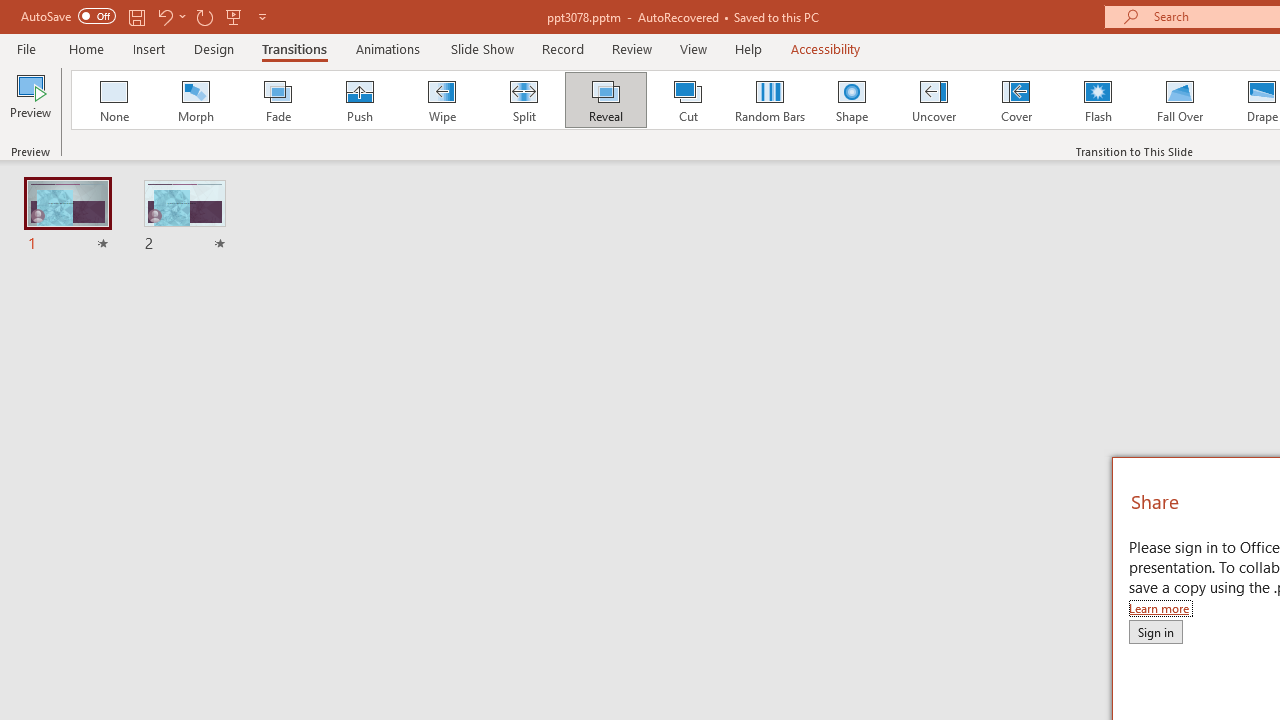 This screenshot has height=720, width=1280. What do you see at coordinates (769, 100) in the screenshot?
I see `'Random Bars'` at bounding box center [769, 100].